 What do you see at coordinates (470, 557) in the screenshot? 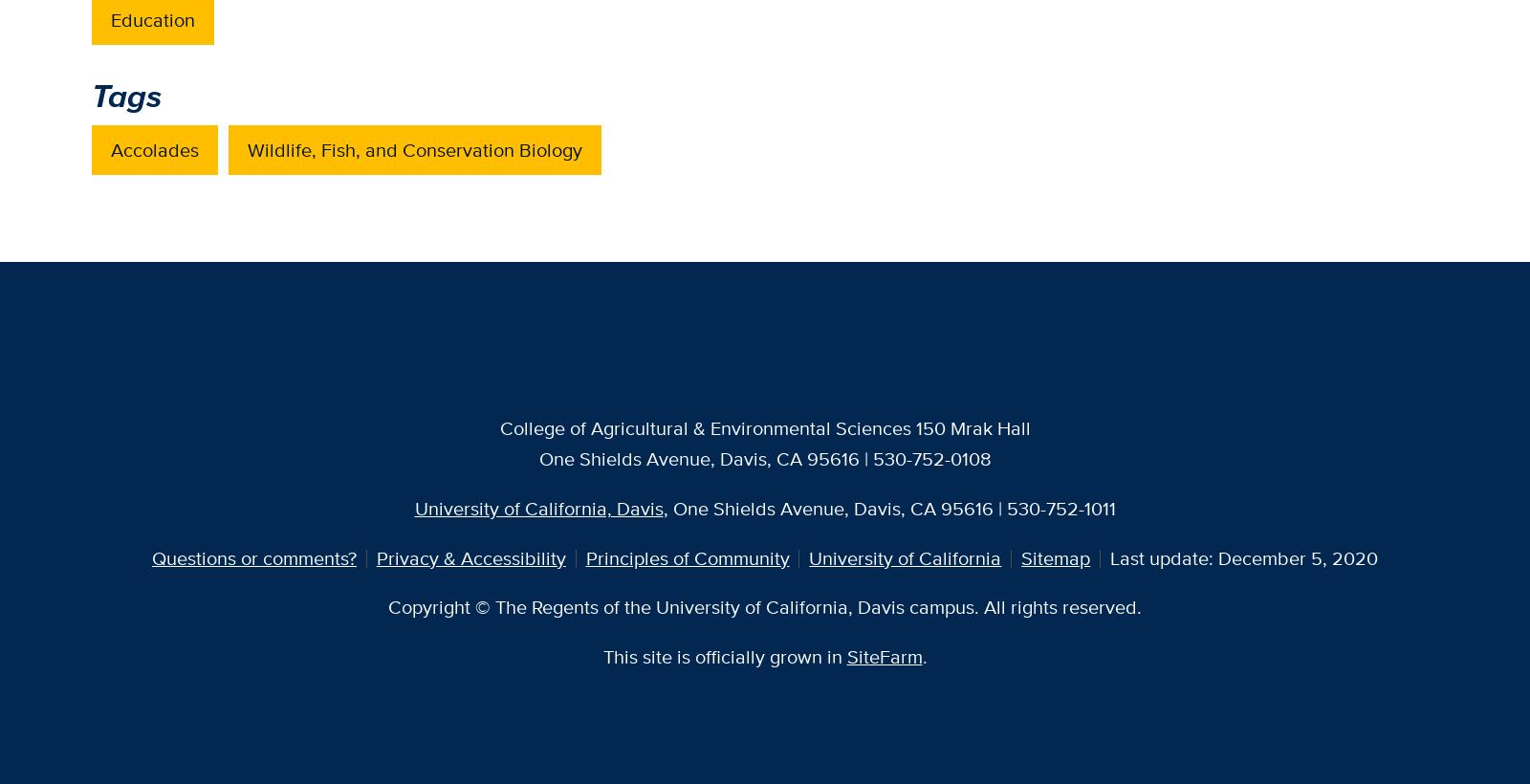
I see `'Privacy & Accessibility'` at bounding box center [470, 557].